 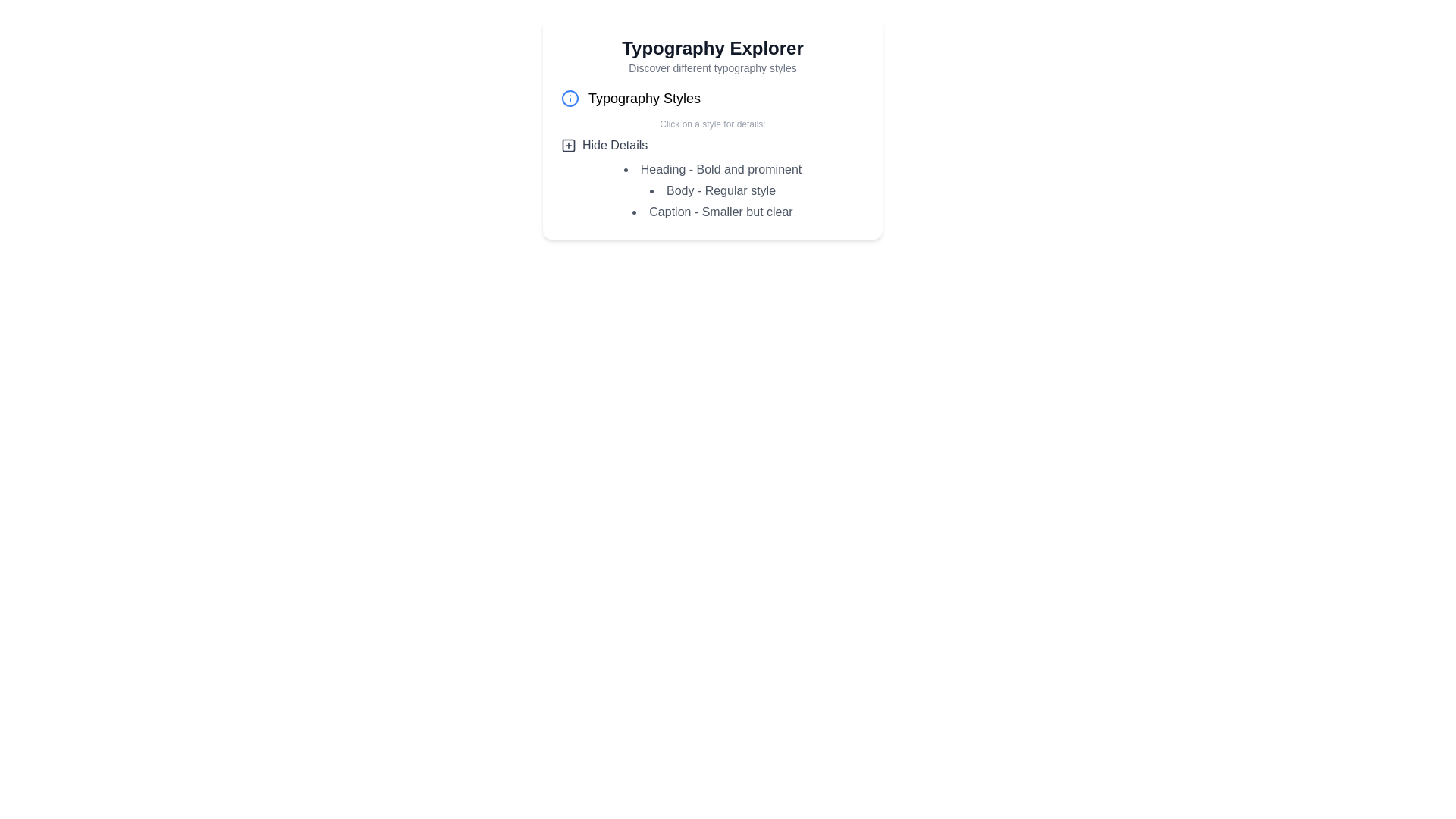 I want to click on the Text Label that indicates the focus of the section related to typography styles, located near the center-top of the UI, positioned to the right of an icon, so click(x=644, y=99).